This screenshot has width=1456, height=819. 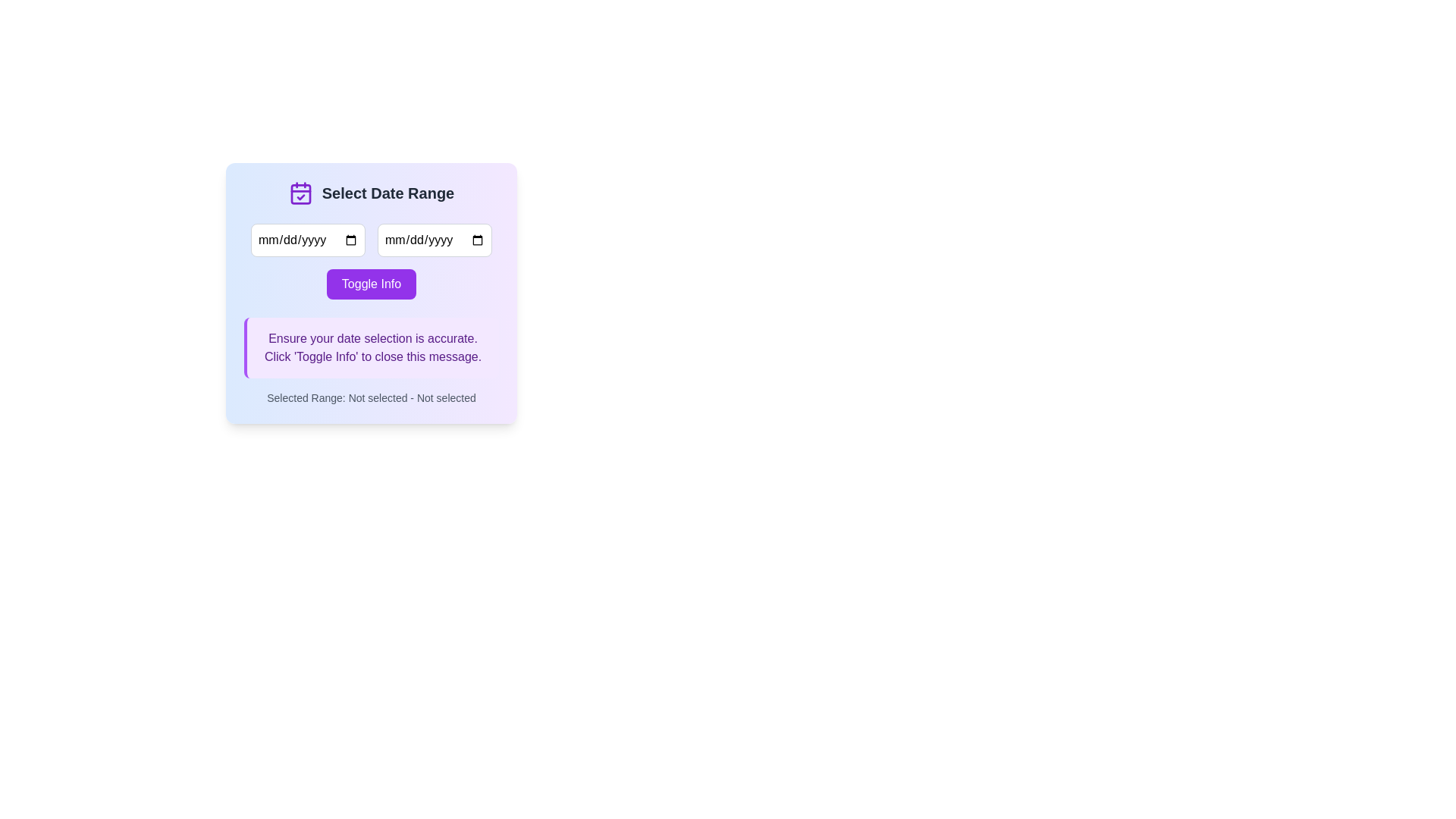 What do you see at coordinates (371, 348) in the screenshot?
I see `the Informational notification box, which is located below the purple 'Toggle Info' button and above the text 'Selected Range: Not selected - Not selected.'` at bounding box center [371, 348].